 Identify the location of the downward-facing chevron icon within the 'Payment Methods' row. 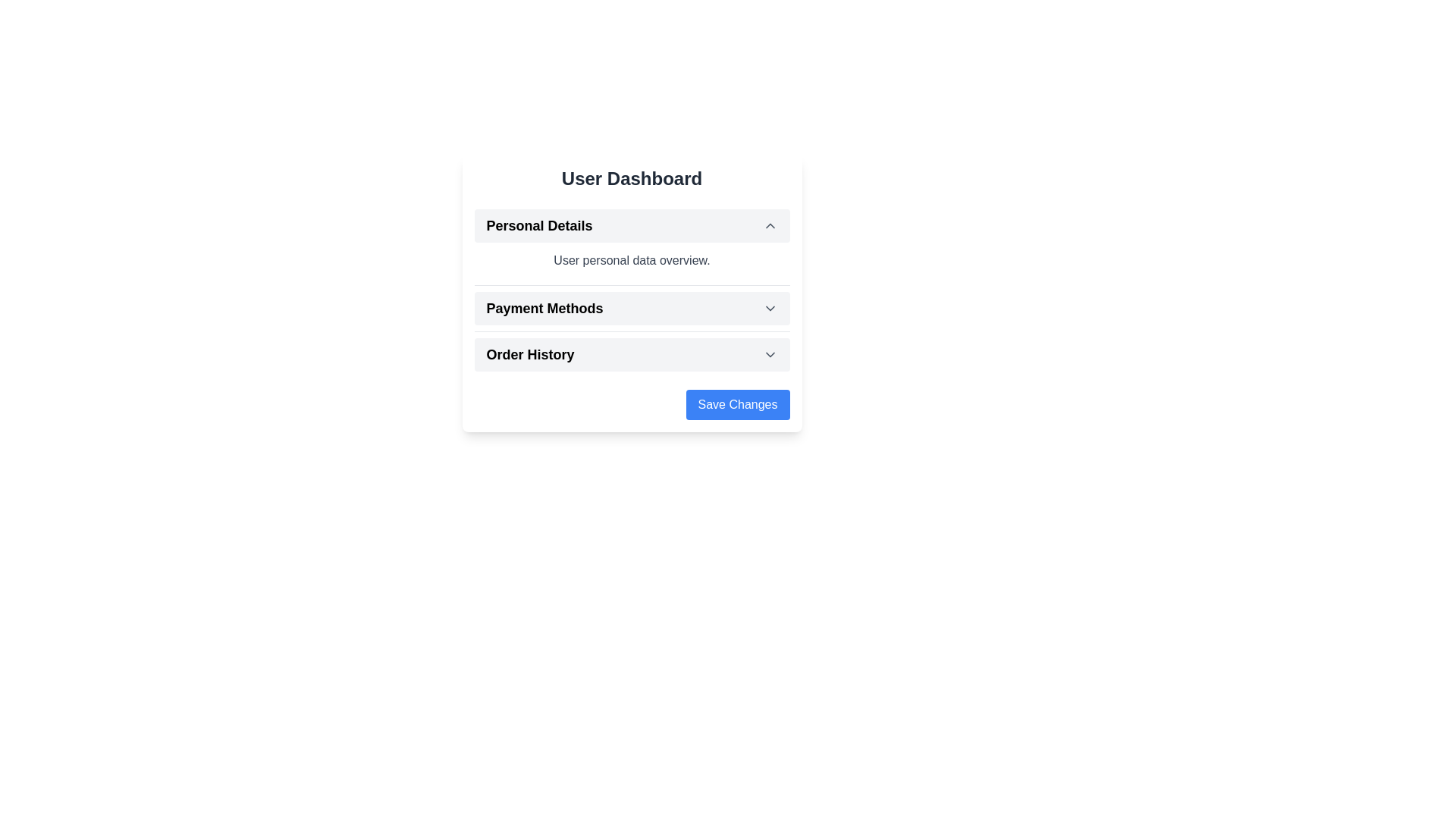
(770, 308).